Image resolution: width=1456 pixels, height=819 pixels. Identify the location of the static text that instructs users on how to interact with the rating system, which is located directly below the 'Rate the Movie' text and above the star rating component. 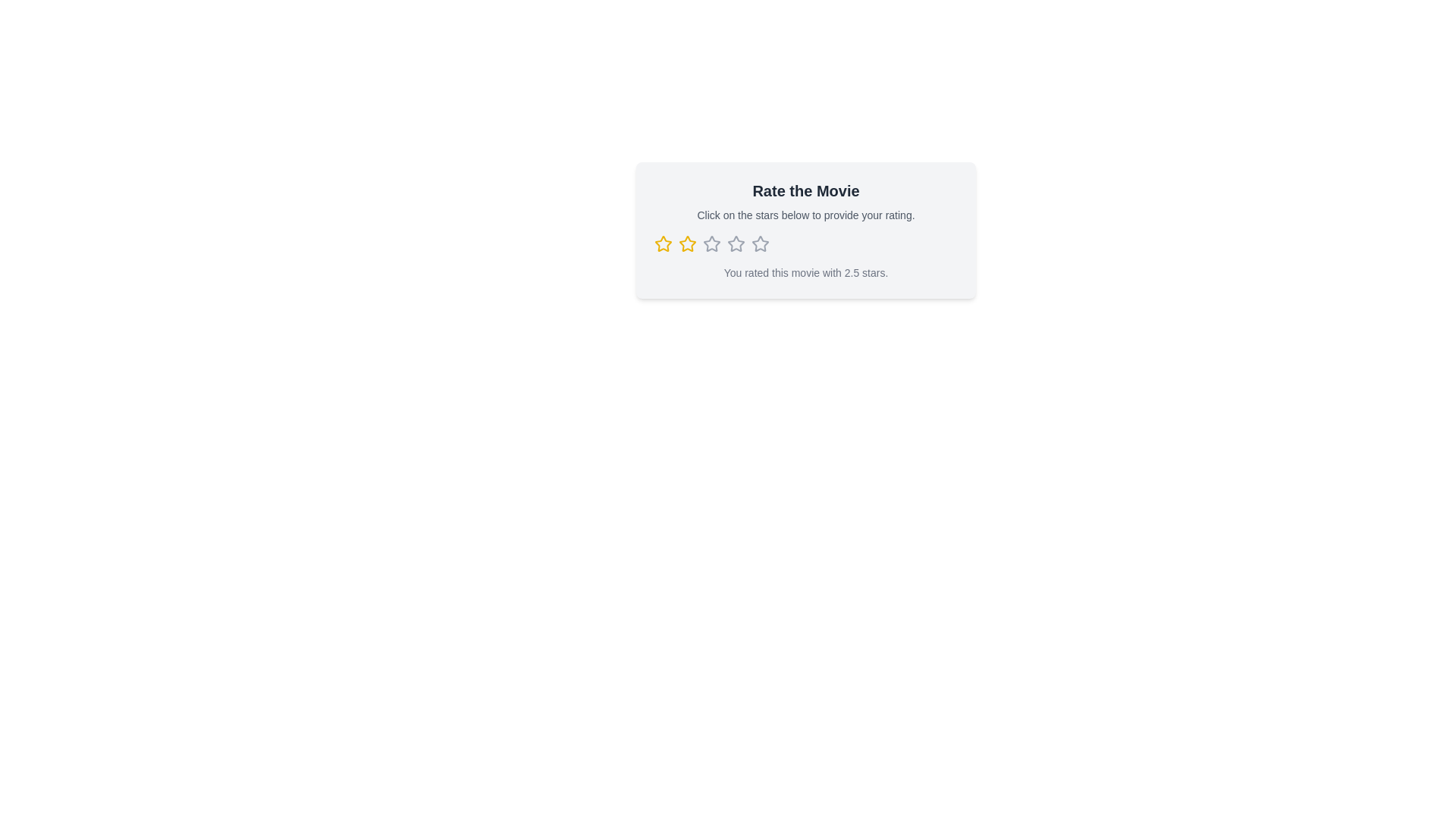
(805, 215).